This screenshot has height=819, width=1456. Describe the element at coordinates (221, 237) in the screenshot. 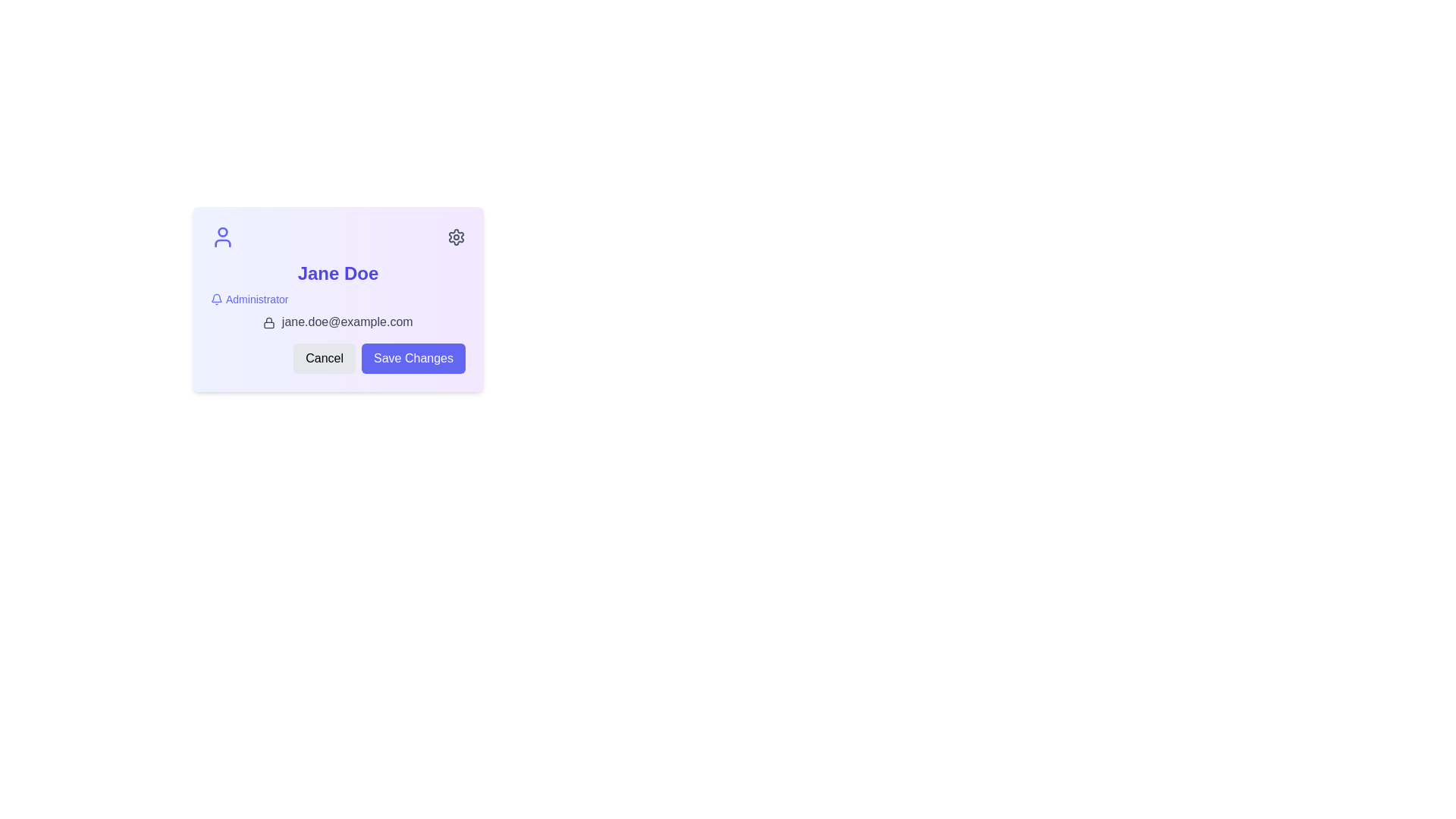

I see `the user profile SVG image element located at the top-left corner of the profile card structure` at that location.